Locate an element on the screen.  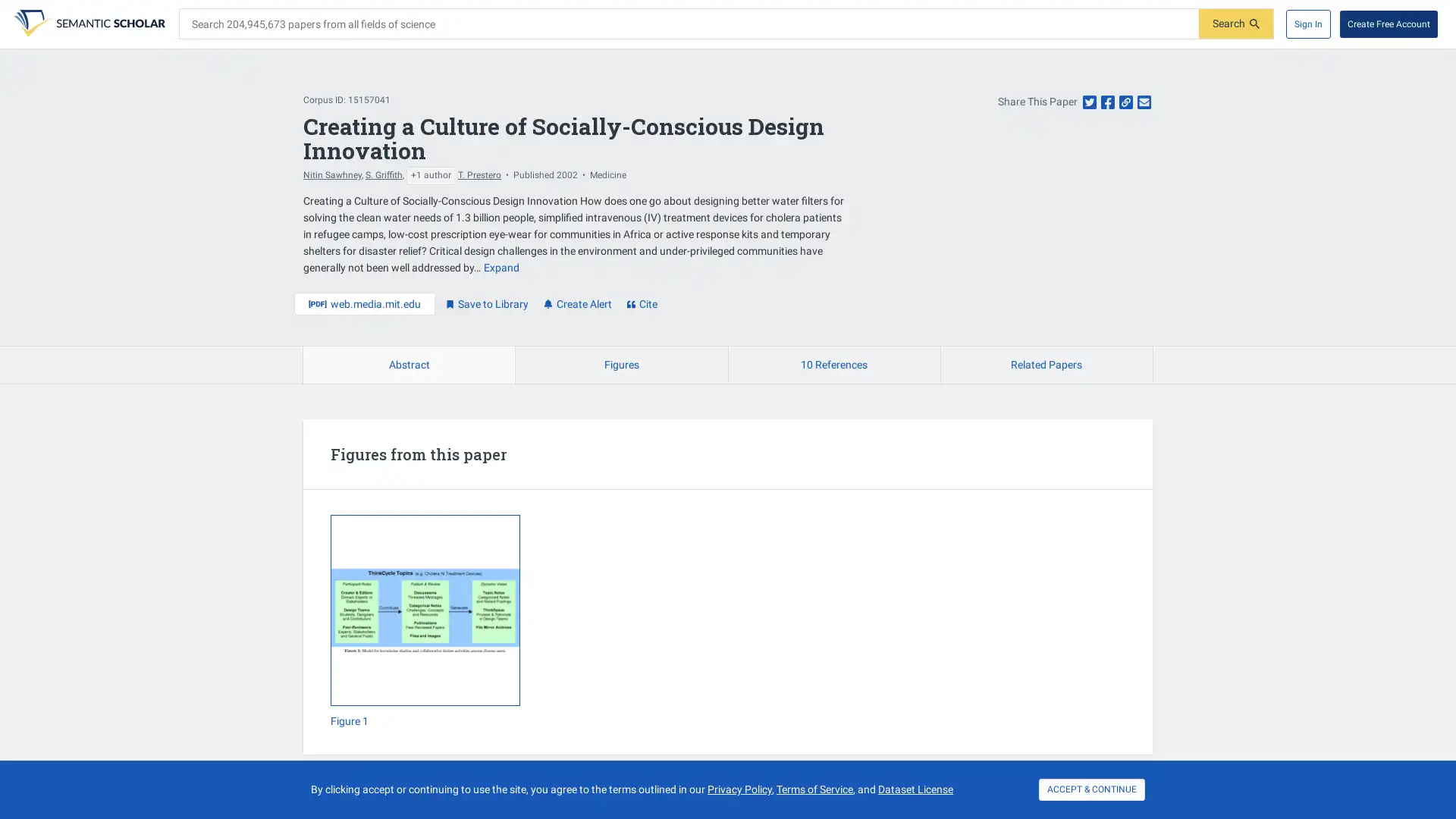
Share on Twitter is located at coordinates (1088, 102).